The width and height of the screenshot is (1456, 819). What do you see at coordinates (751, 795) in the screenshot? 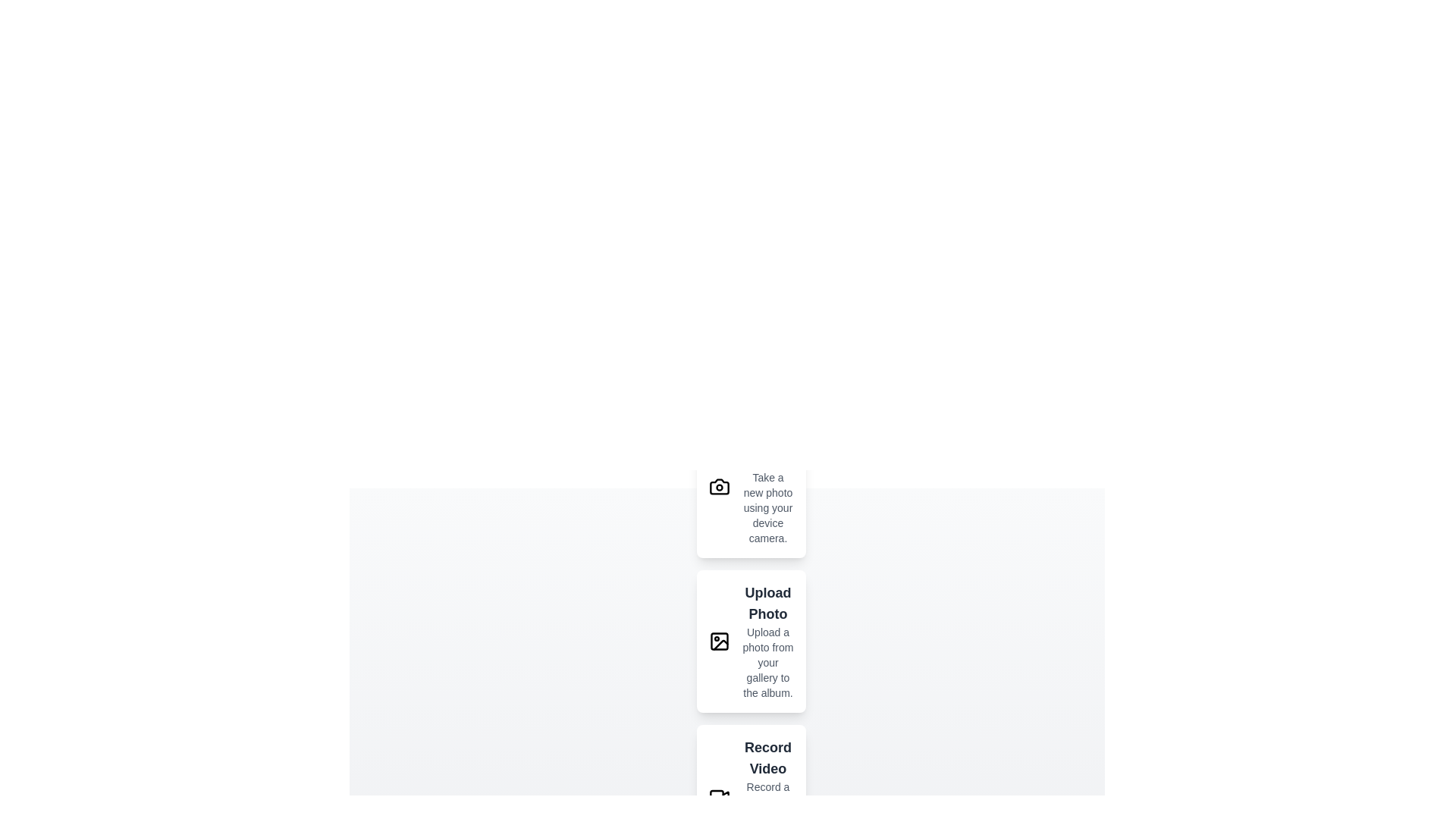
I see `the action described by Record Video` at bounding box center [751, 795].